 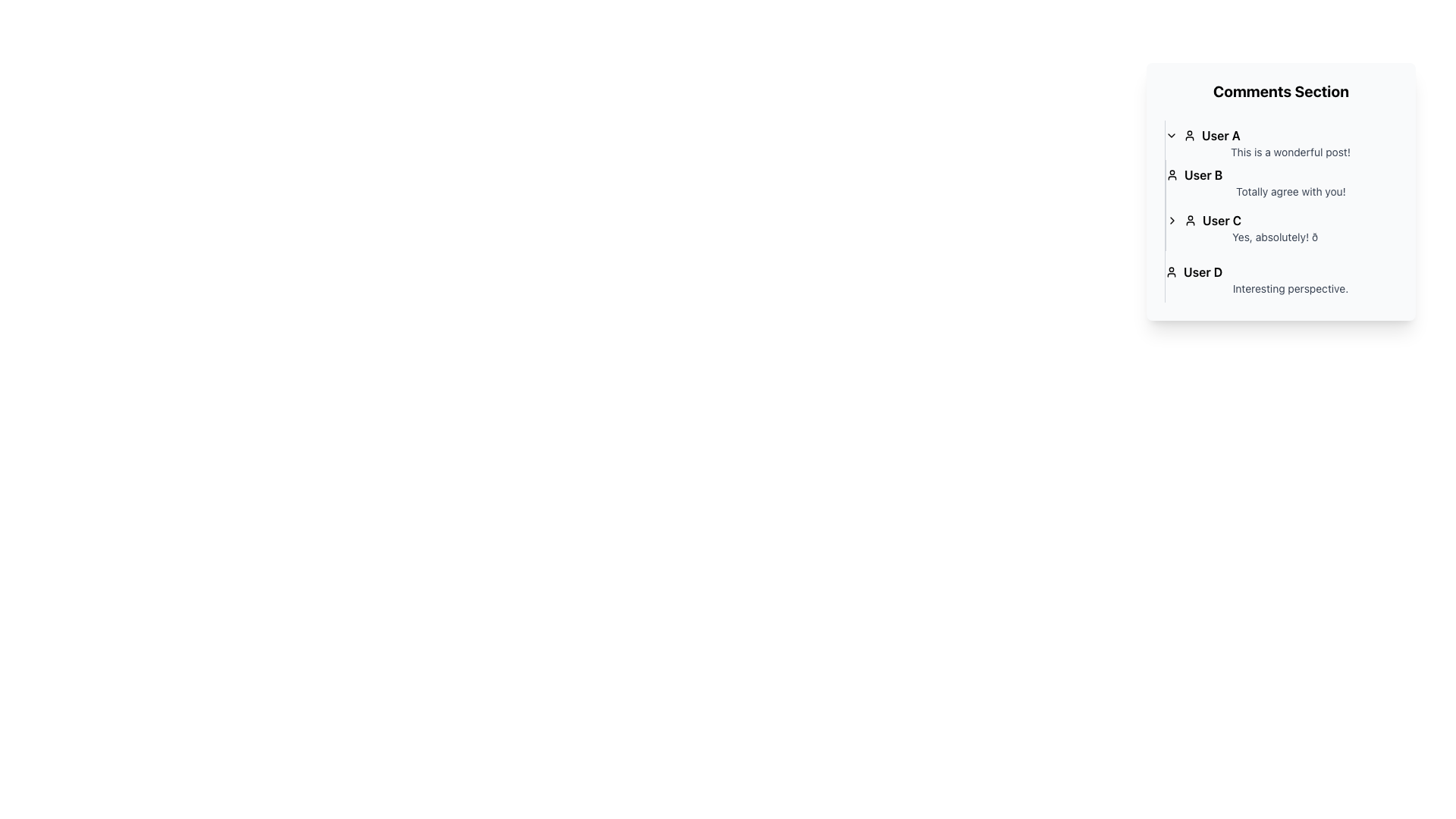 What do you see at coordinates (1280, 211) in the screenshot?
I see `the third comment in the 'Comments Section'` at bounding box center [1280, 211].